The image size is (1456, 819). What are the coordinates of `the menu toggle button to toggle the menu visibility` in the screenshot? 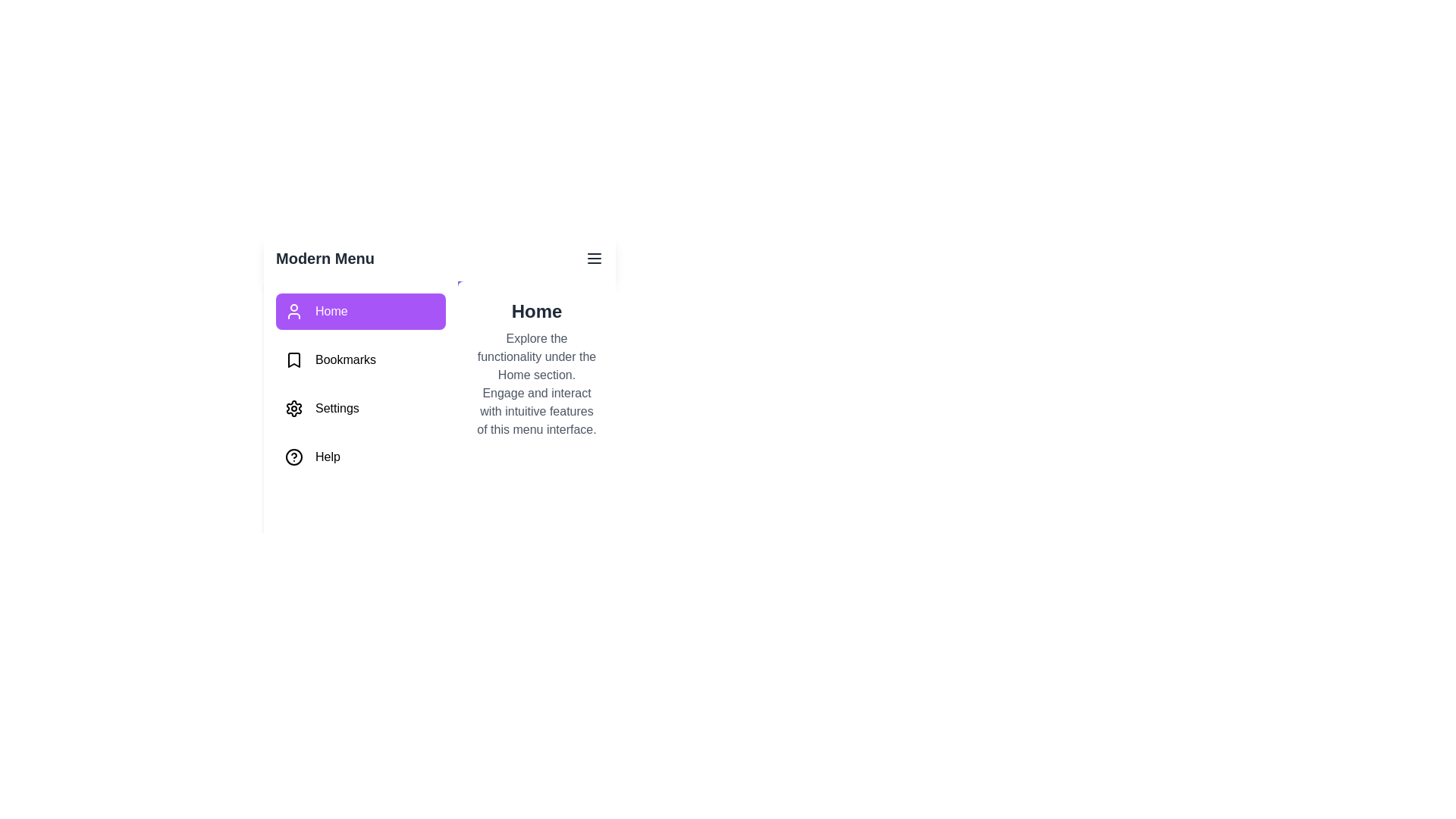 It's located at (593, 257).